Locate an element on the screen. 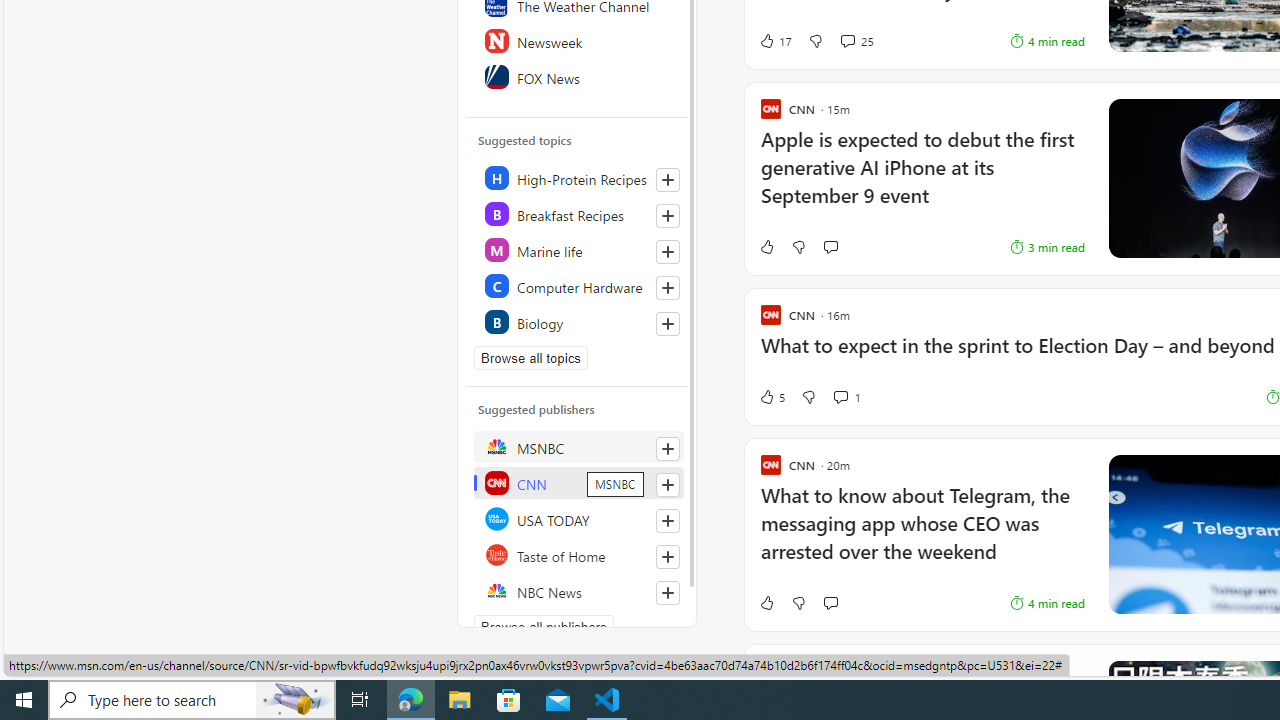 This screenshot has height=720, width=1280. 'Class: highlight' is located at coordinates (577, 320).